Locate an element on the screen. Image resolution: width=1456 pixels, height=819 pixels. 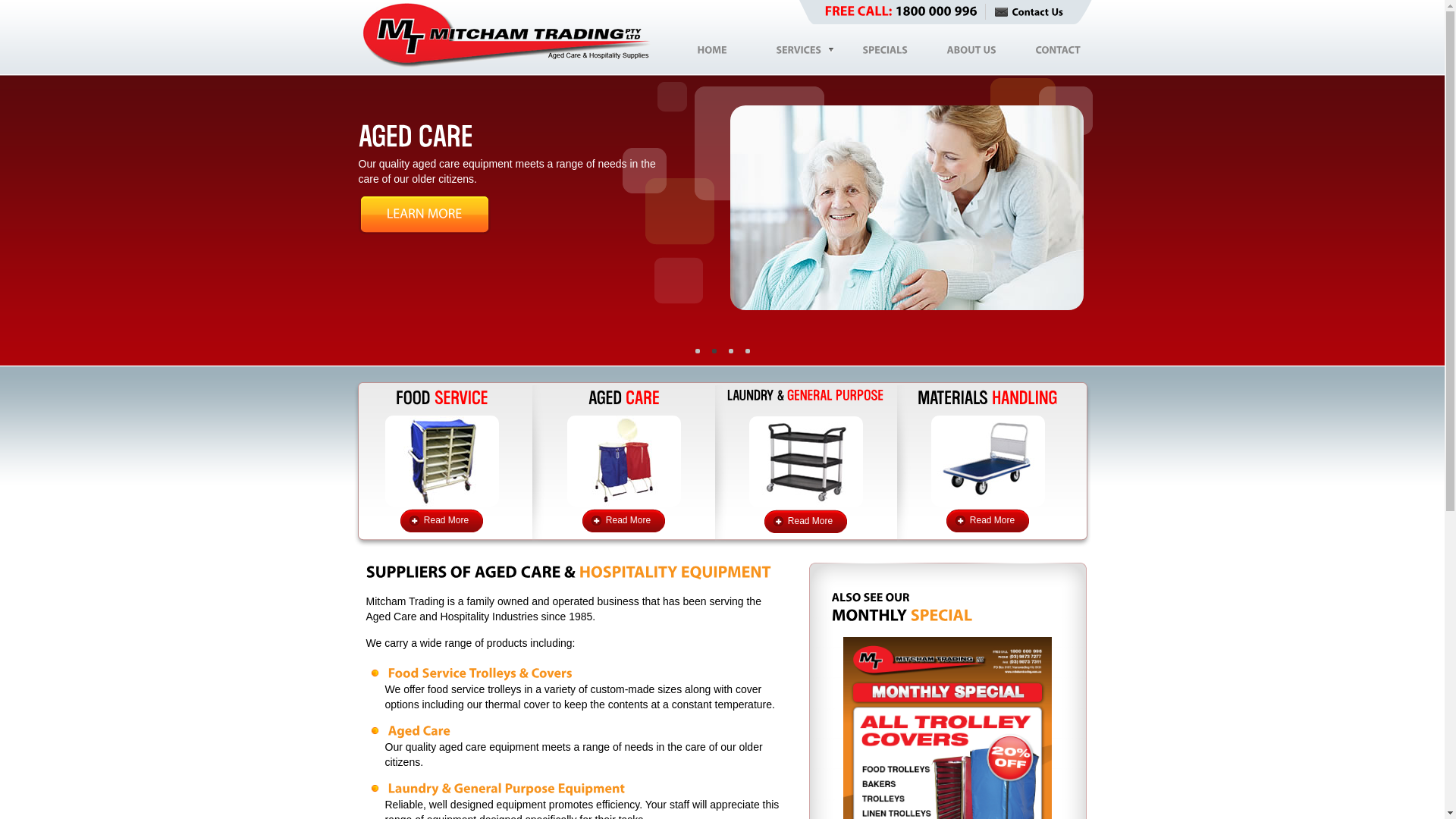
'3' is located at coordinates (739, 350).